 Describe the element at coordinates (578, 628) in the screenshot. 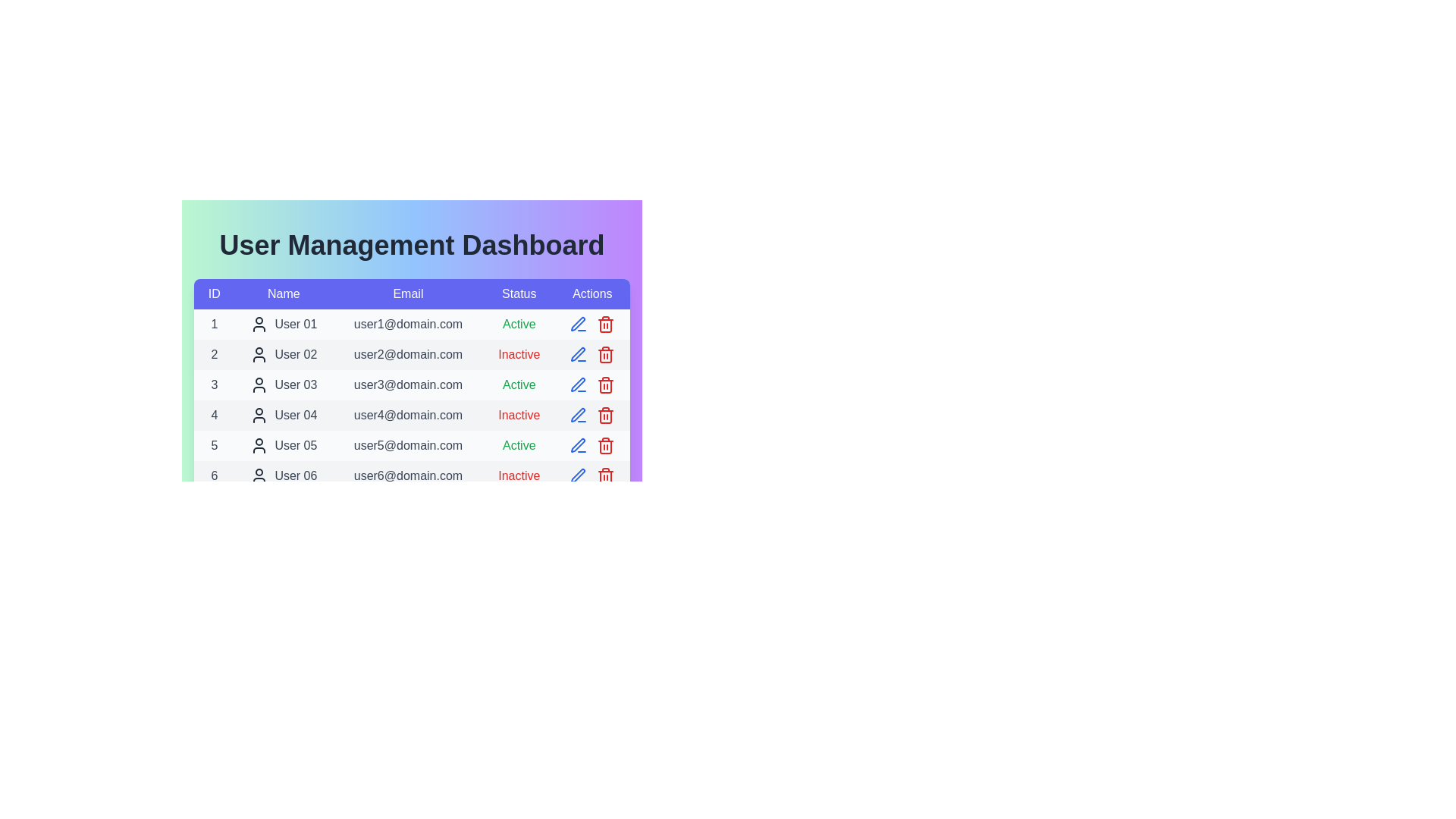

I see `the edit icon for the user with ID 11` at that location.